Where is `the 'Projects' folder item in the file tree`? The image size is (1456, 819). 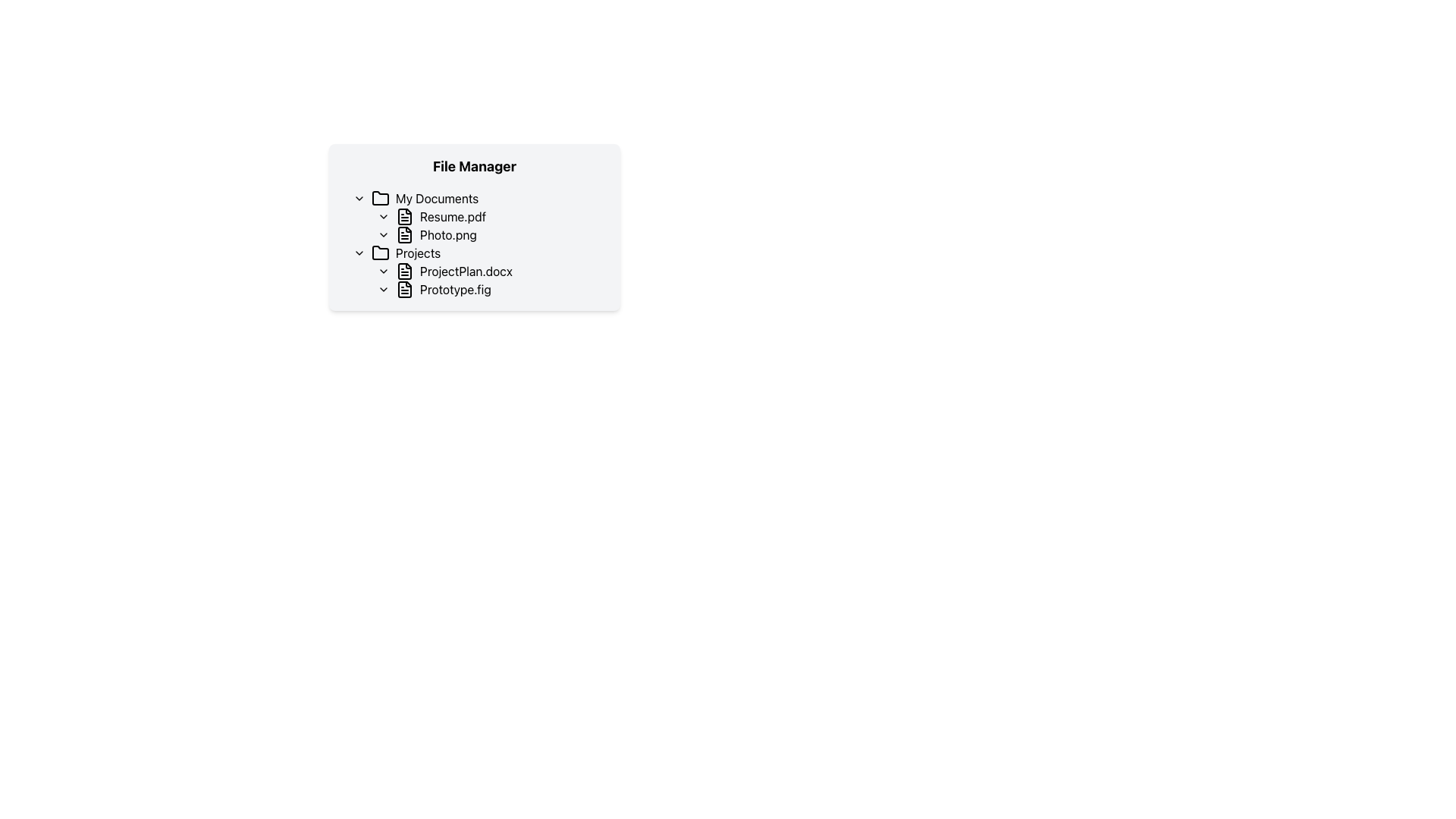
the 'Projects' folder item in the file tree is located at coordinates (479, 253).